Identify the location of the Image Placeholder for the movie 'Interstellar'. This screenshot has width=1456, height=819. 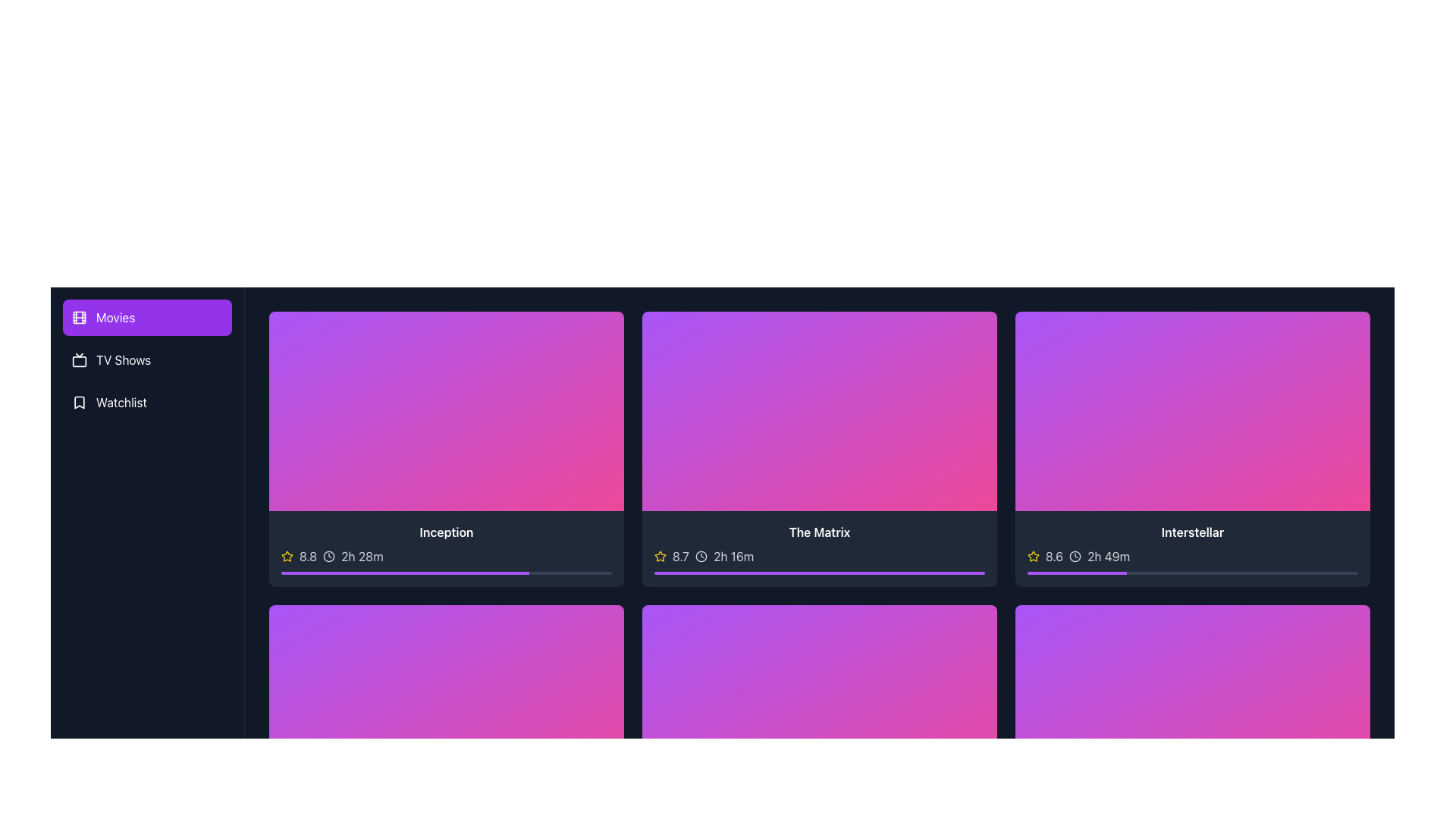
(1192, 411).